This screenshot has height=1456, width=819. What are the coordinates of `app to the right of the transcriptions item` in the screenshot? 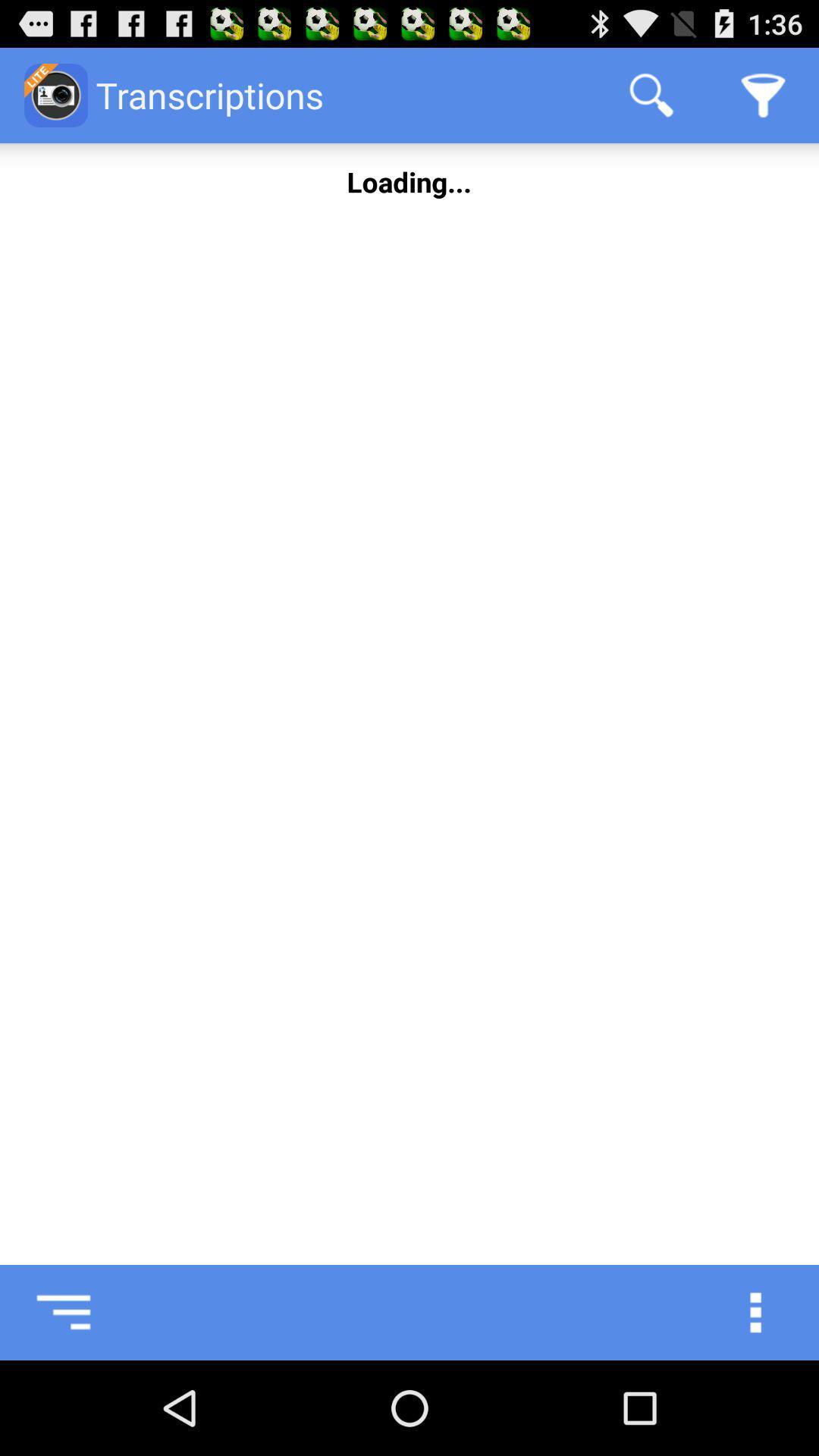 It's located at (651, 94).